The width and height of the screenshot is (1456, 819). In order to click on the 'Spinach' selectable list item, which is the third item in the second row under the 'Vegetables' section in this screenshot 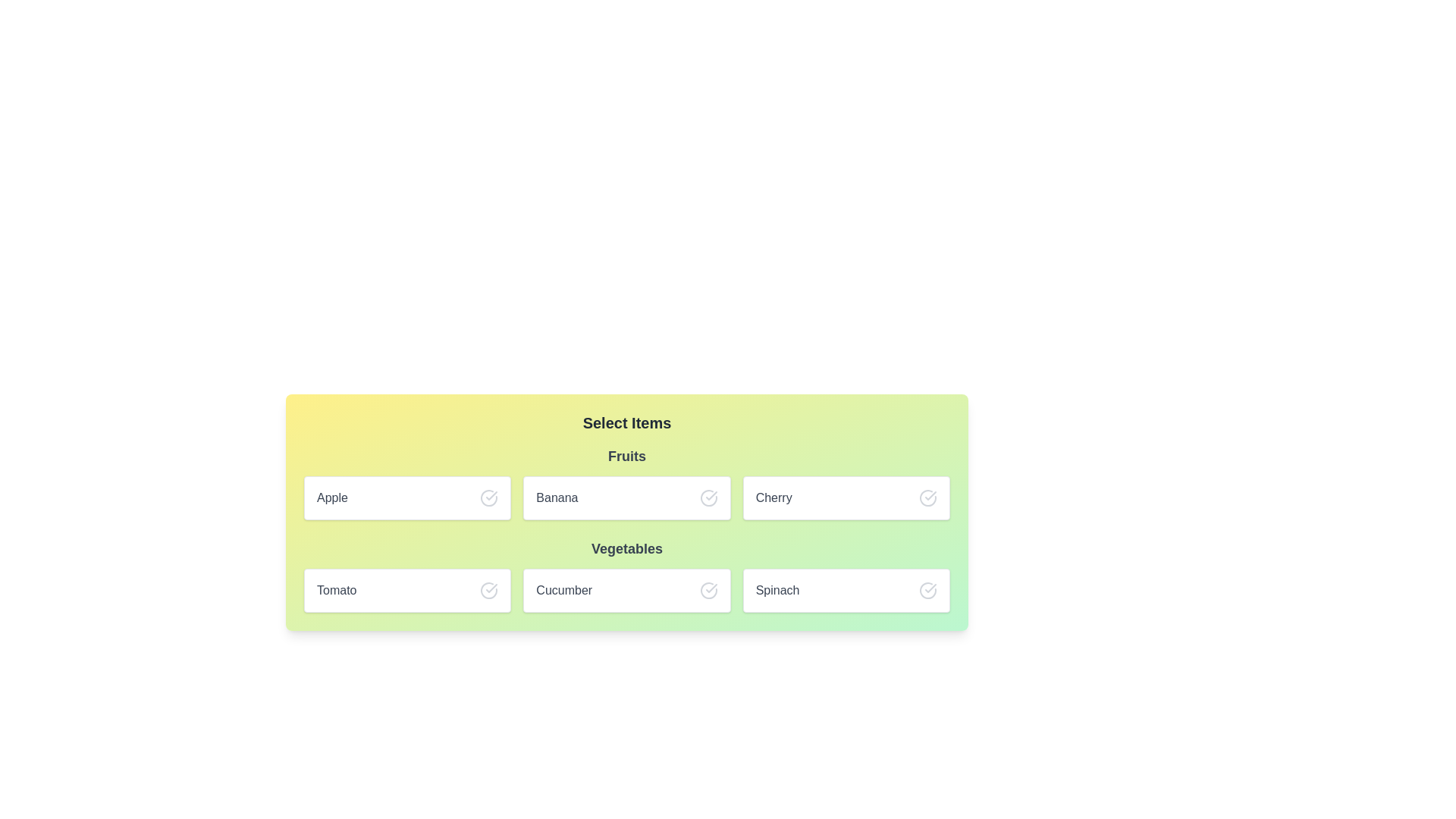, I will do `click(846, 590)`.